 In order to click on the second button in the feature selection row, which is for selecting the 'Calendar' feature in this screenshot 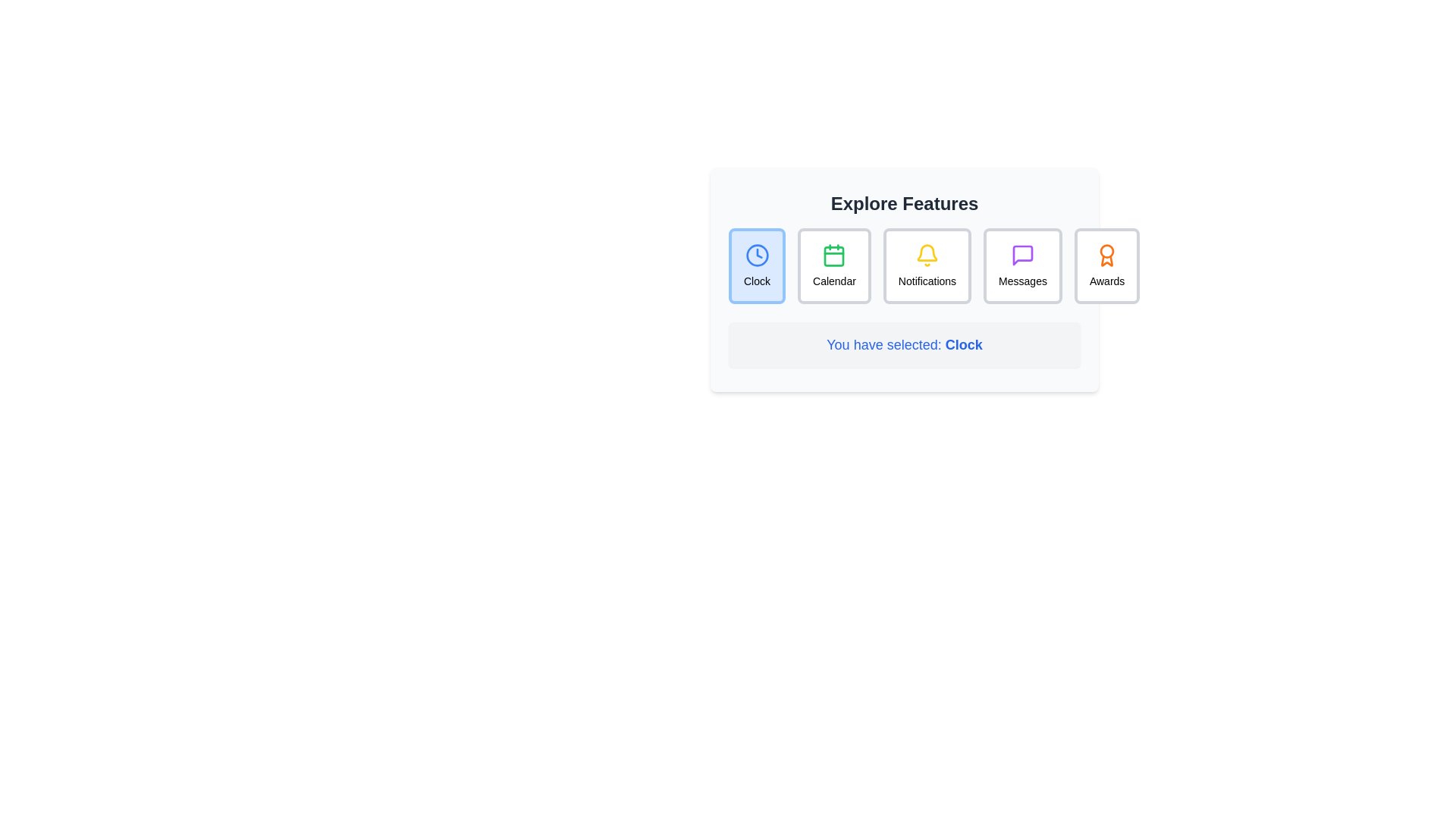, I will do `click(833, 265)`.